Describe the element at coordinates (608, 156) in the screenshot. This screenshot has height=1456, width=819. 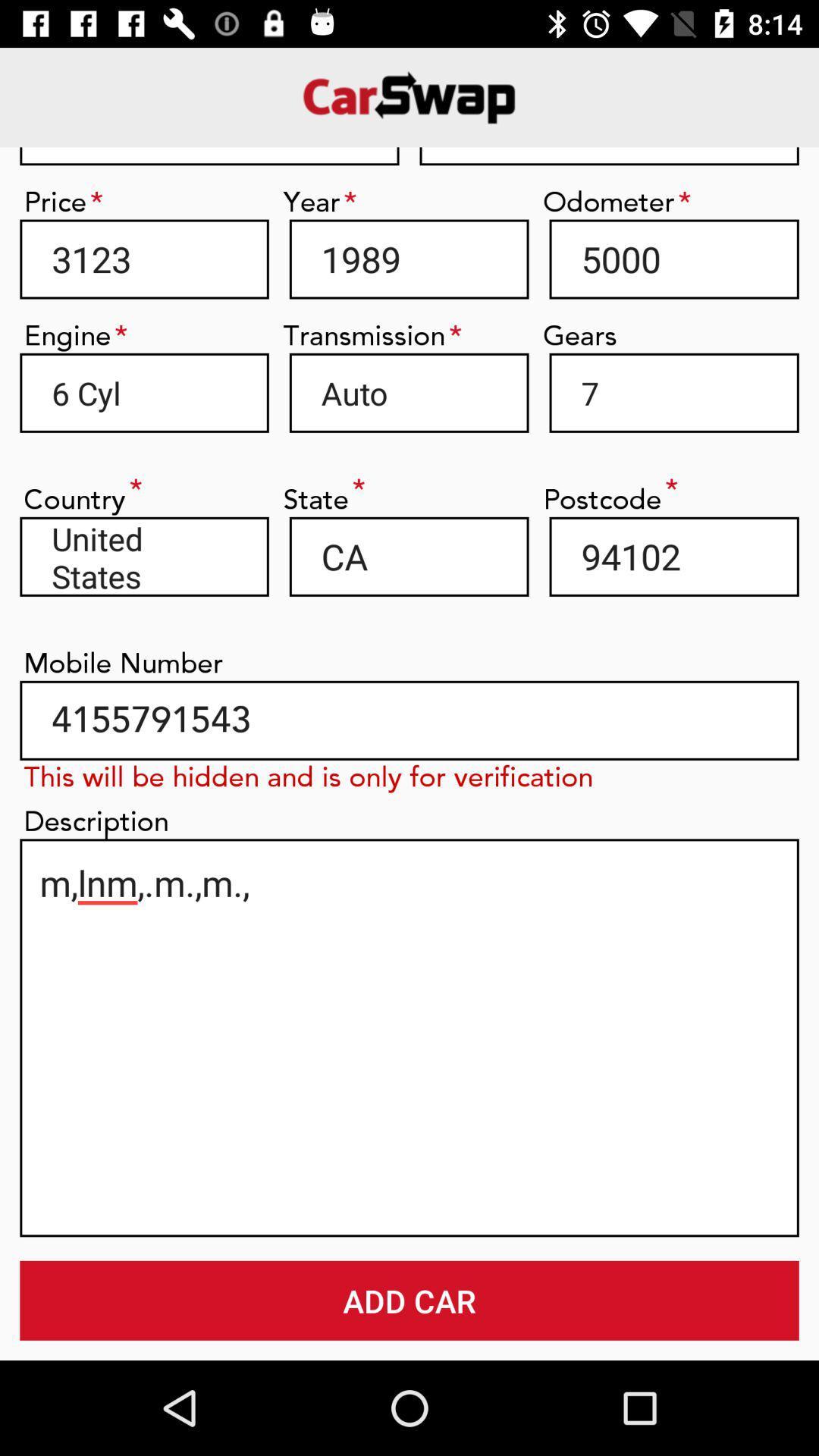
I see `the item to the right of 235123` at that location.